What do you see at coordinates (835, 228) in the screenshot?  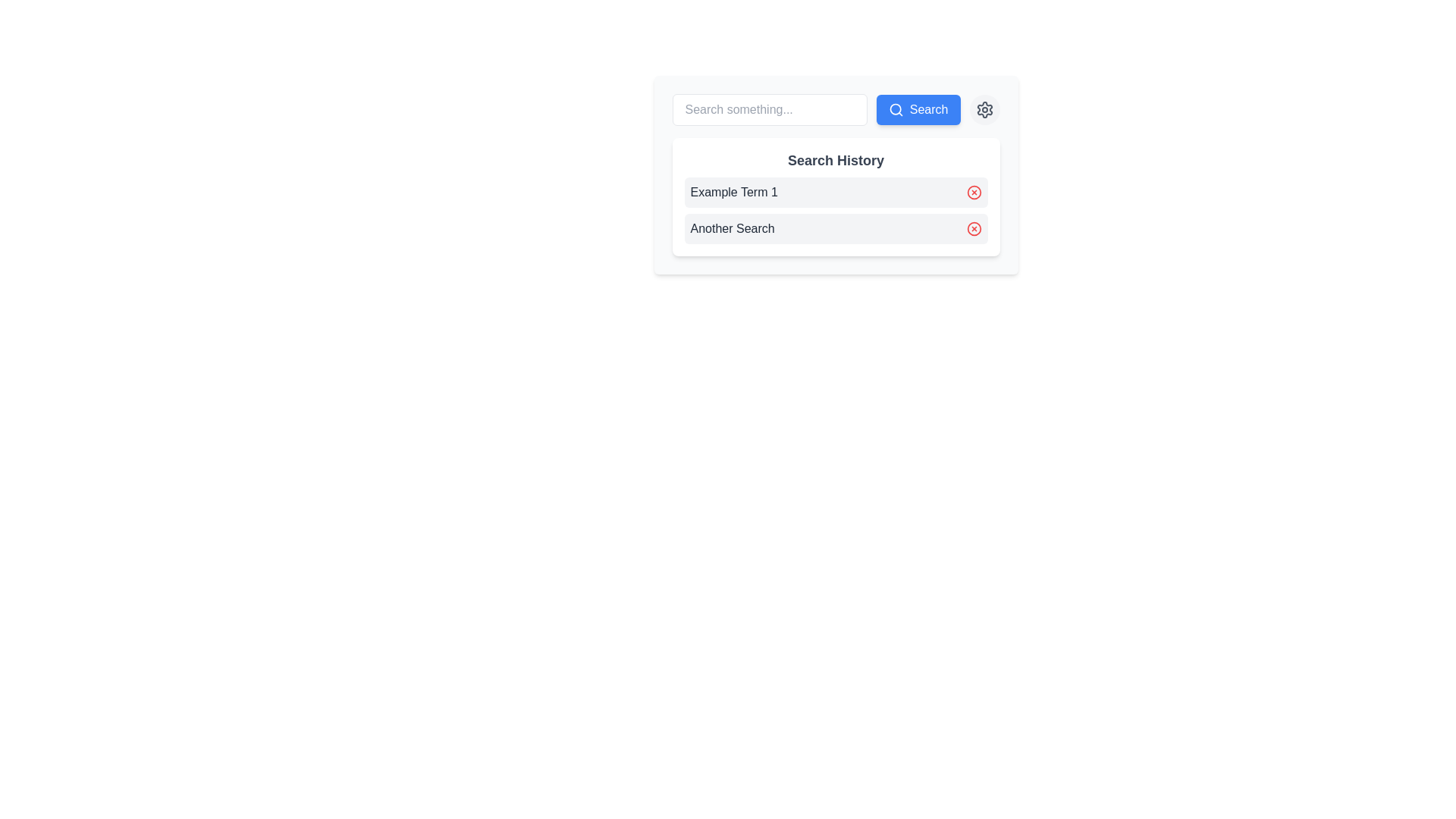 I see `the second list item in the 'Search History' section, which is positioned directly below 'Example Term 1'` at bounding box center [835, 228].